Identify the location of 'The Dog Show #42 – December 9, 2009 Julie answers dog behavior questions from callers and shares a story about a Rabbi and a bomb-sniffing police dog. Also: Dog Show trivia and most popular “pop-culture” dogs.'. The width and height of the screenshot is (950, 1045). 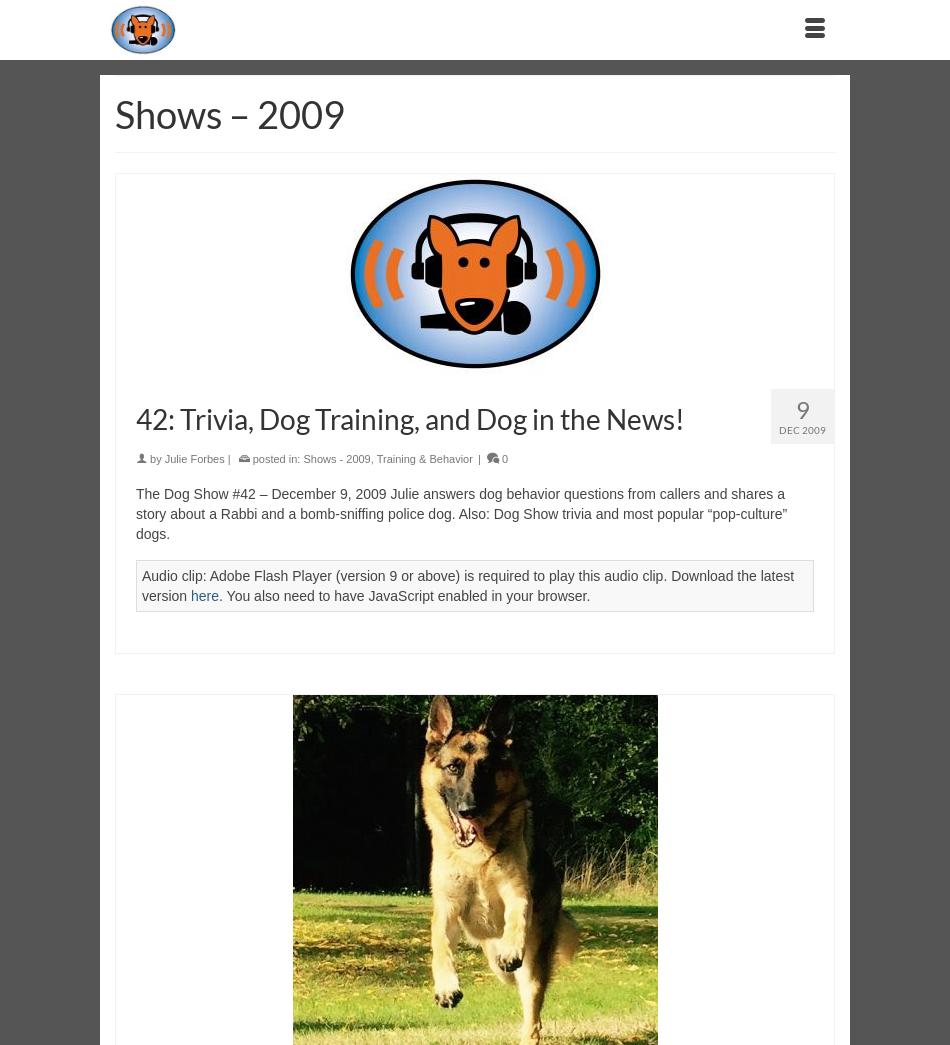
(460, 513).